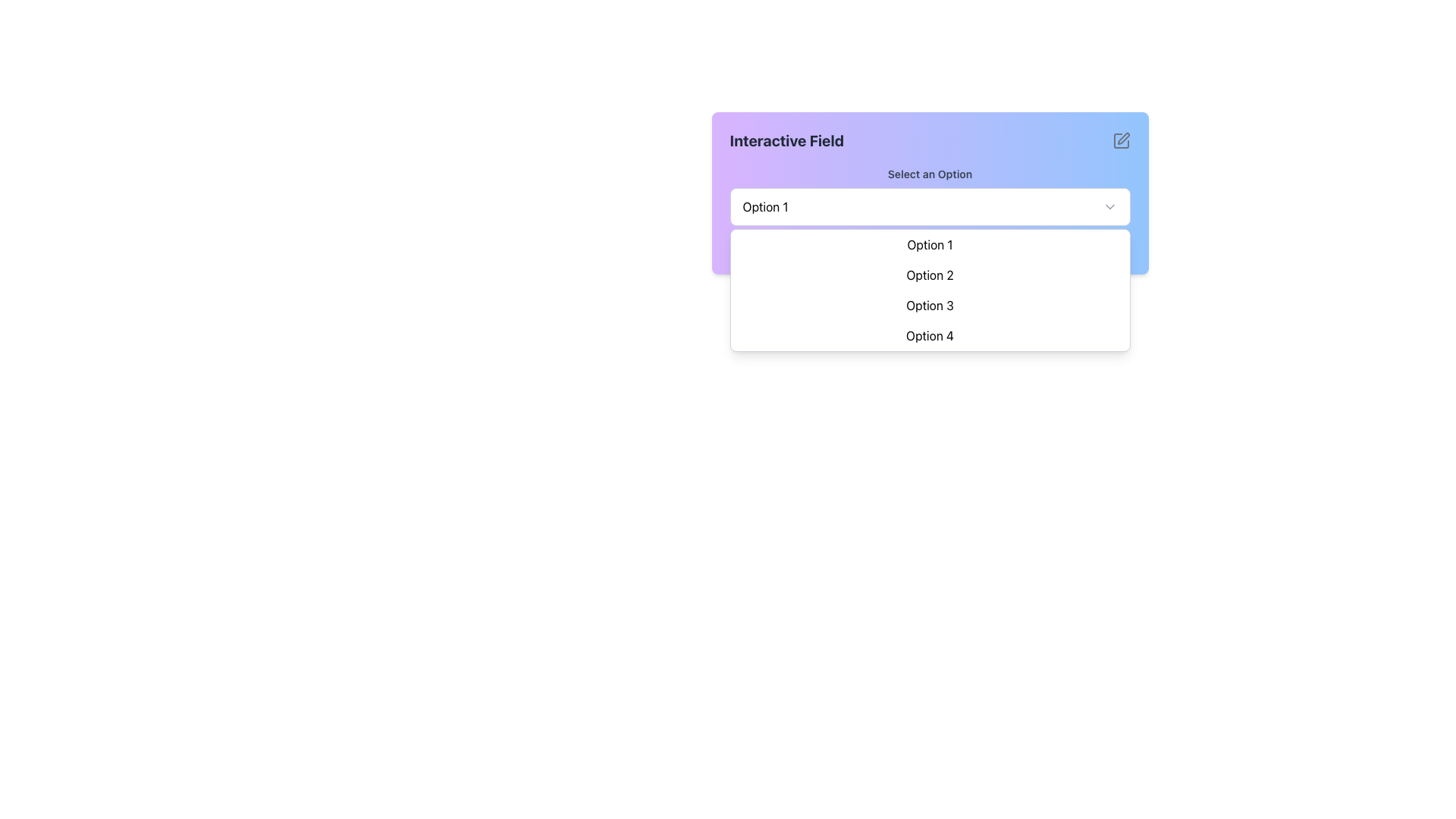  I want to click on to select the list item displaying 'Option 2' in the dropdown menu, so click(929, 275).